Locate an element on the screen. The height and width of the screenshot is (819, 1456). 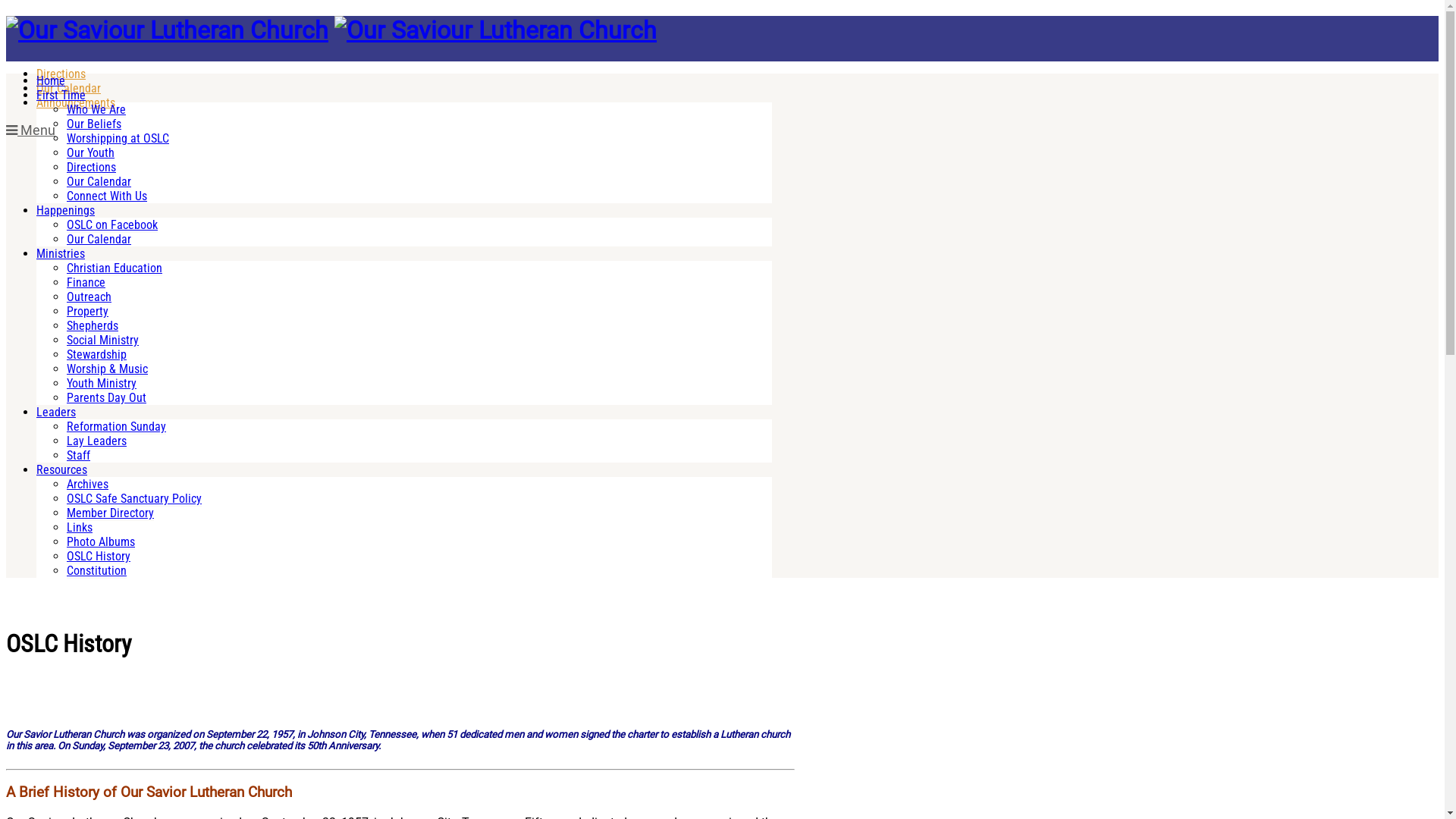
'Christian Education' is located at coordinates (113, 268).